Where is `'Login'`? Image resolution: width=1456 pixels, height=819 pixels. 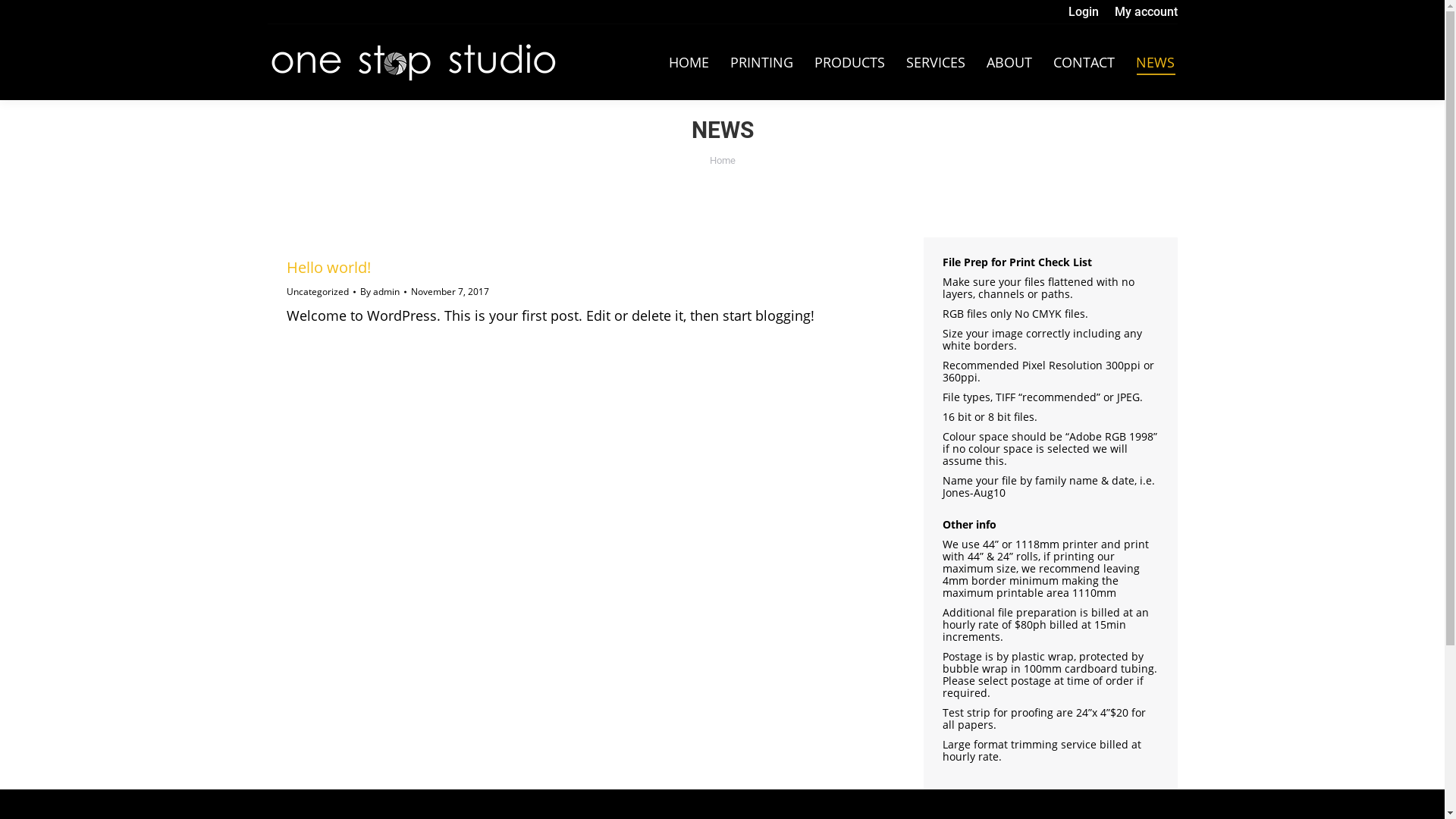 'Login' is located at coordinates (1081, 11).